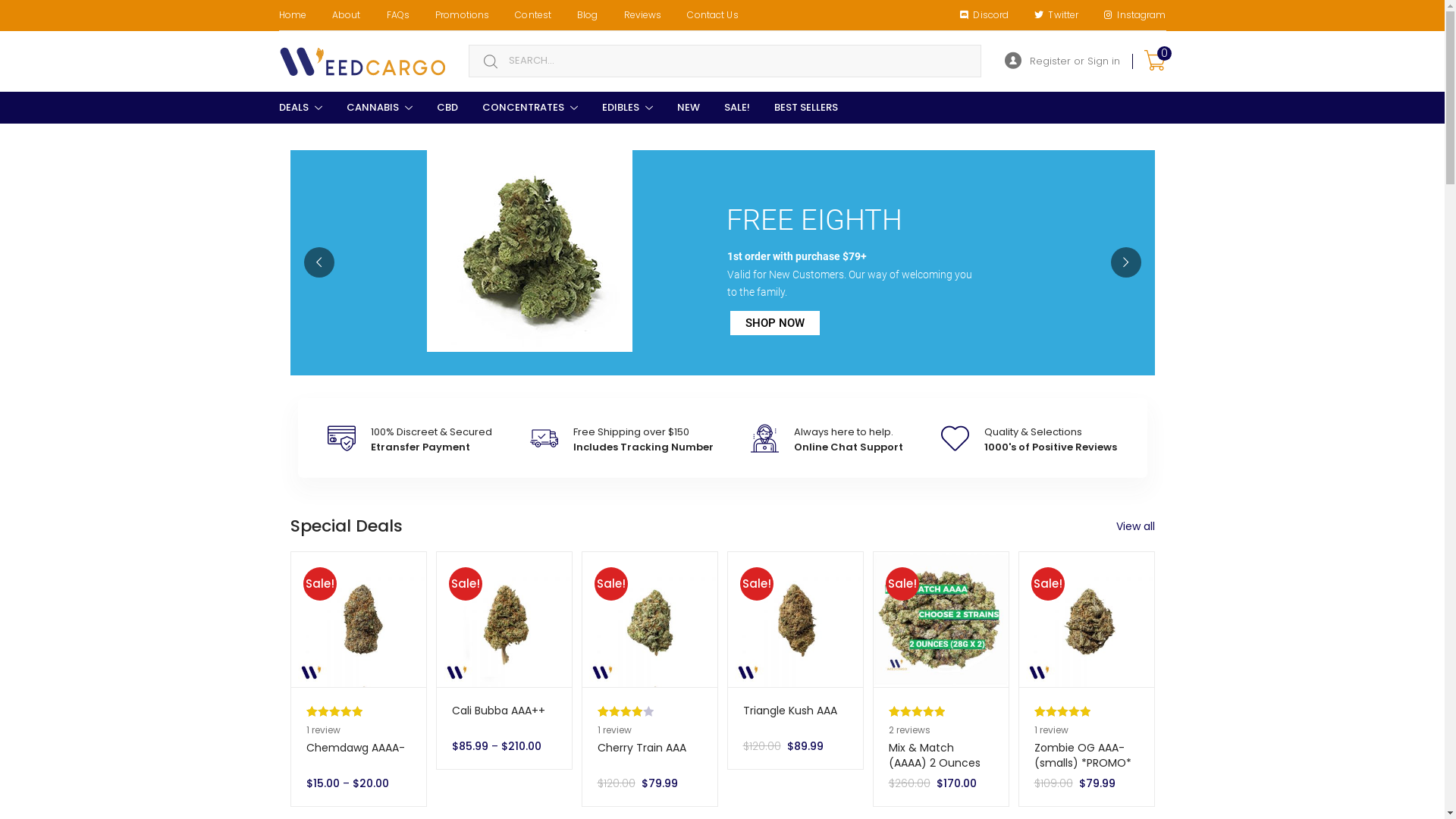  What do you see at coordinates (984, 14) in the screenshot?
I see `'Discord'` at bounding box center [984, 14].